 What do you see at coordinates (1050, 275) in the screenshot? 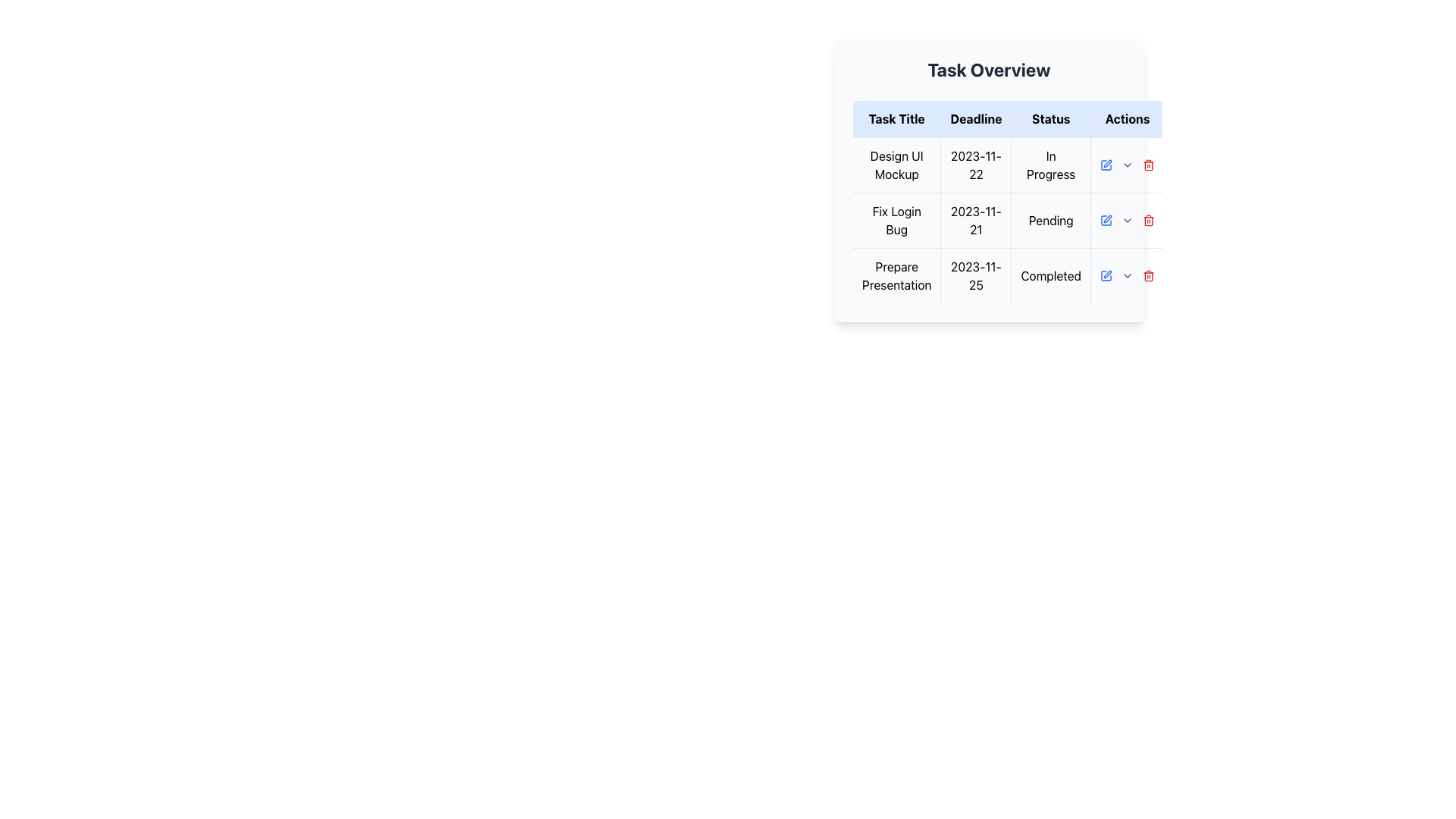
I see `the table cell in the 'Status' column that contains the text 'Completed,' which is located in the third row corresponding to the task 'Prepare Presentation.'` at bounding box center [1050, 275].